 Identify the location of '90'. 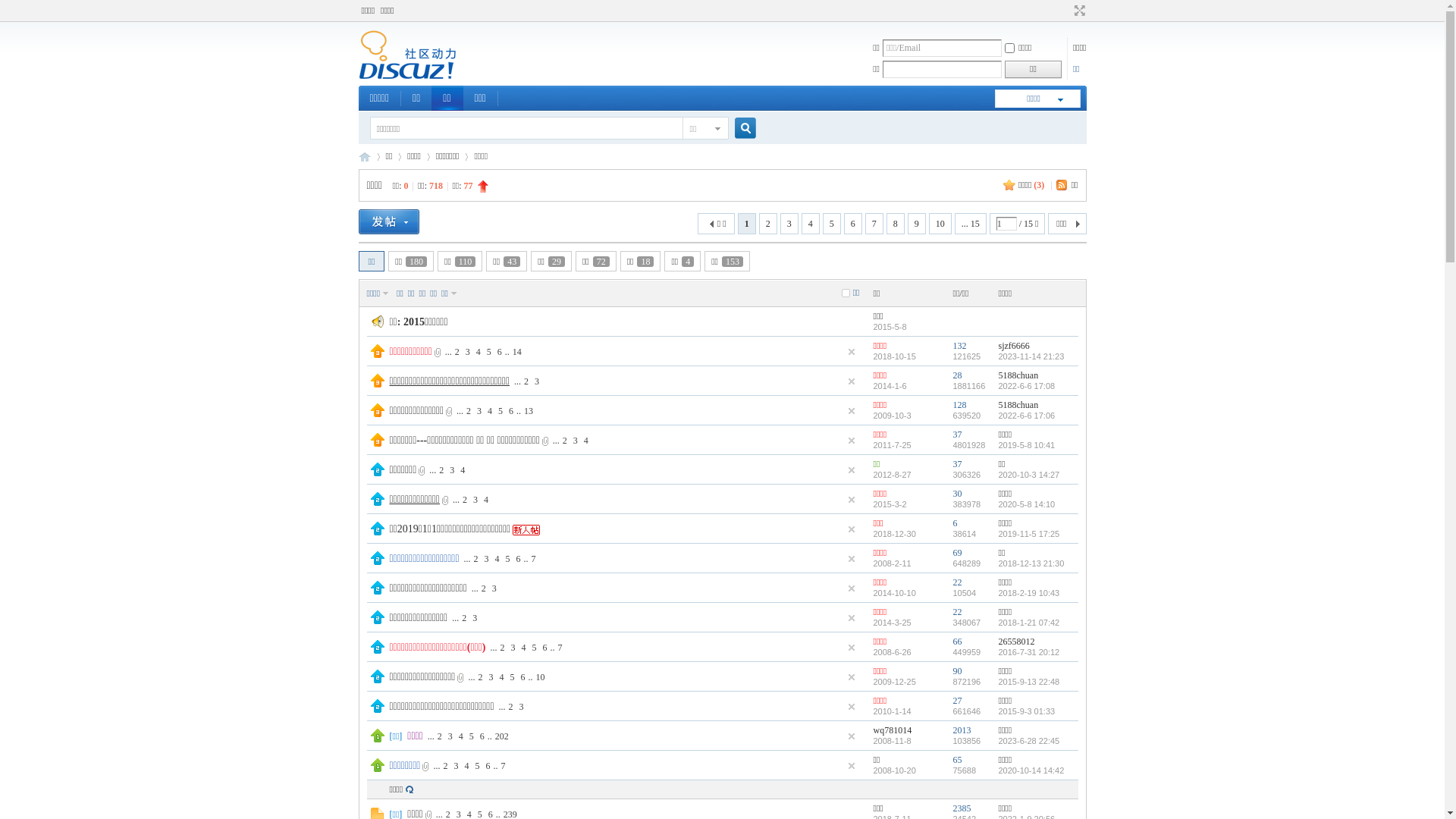
(952, 670).